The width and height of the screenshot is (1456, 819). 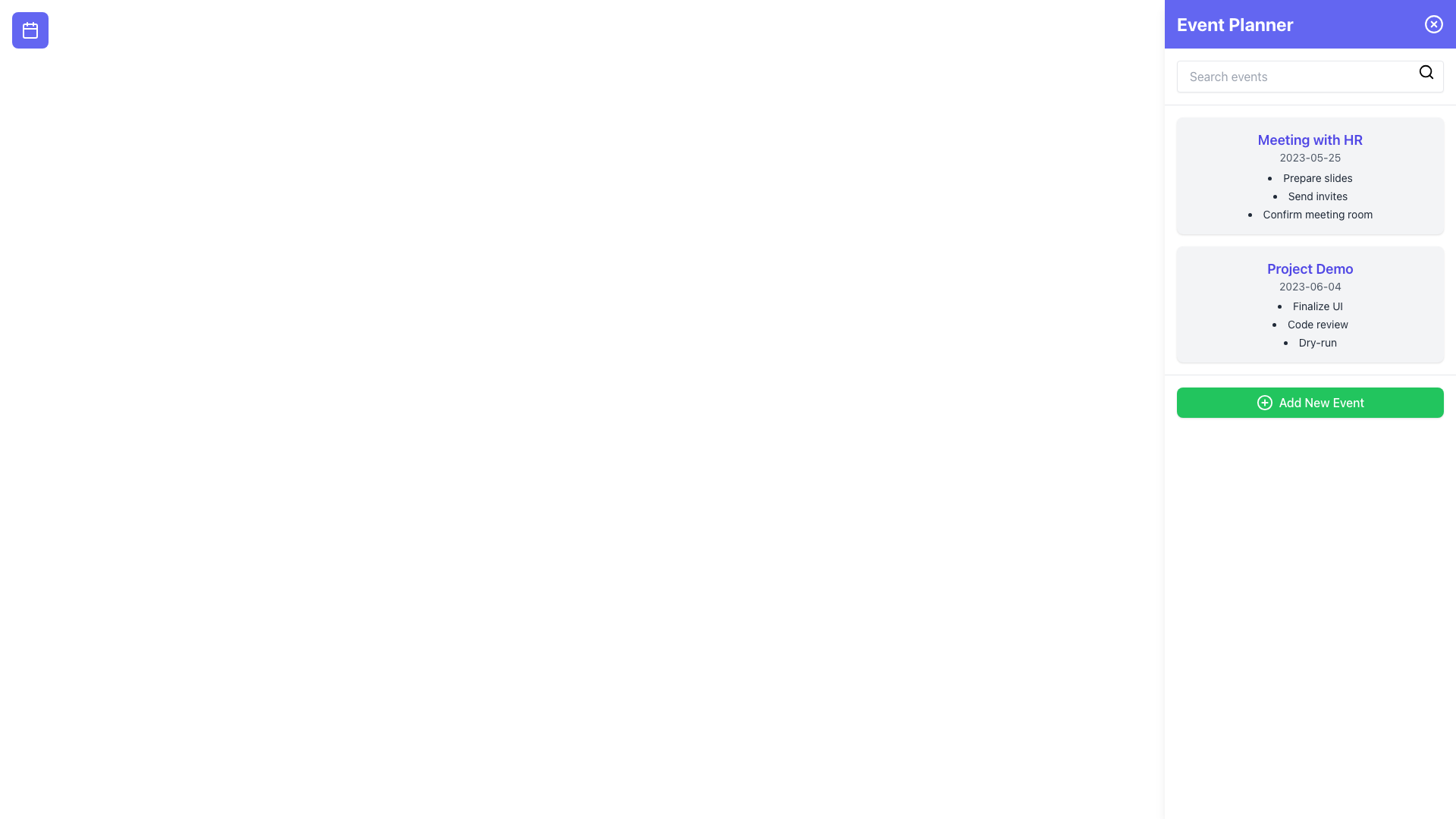 I want to click on listed items in the to-do list under the 'Meeting with HR' event in the right sidebar of the interface, so click(x=1310, y=195).